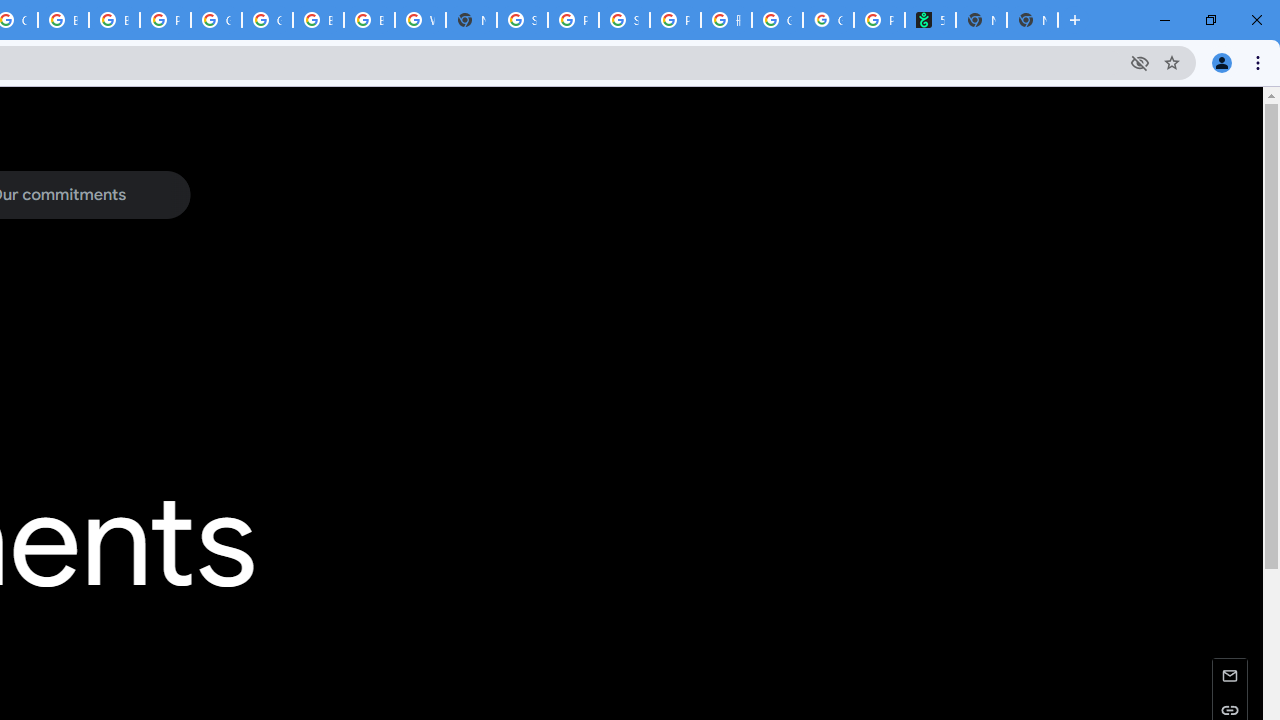 This screenshot has height=720, width=1280. I want to click on 'Sign in - Google Accounts', so click(522, 20).